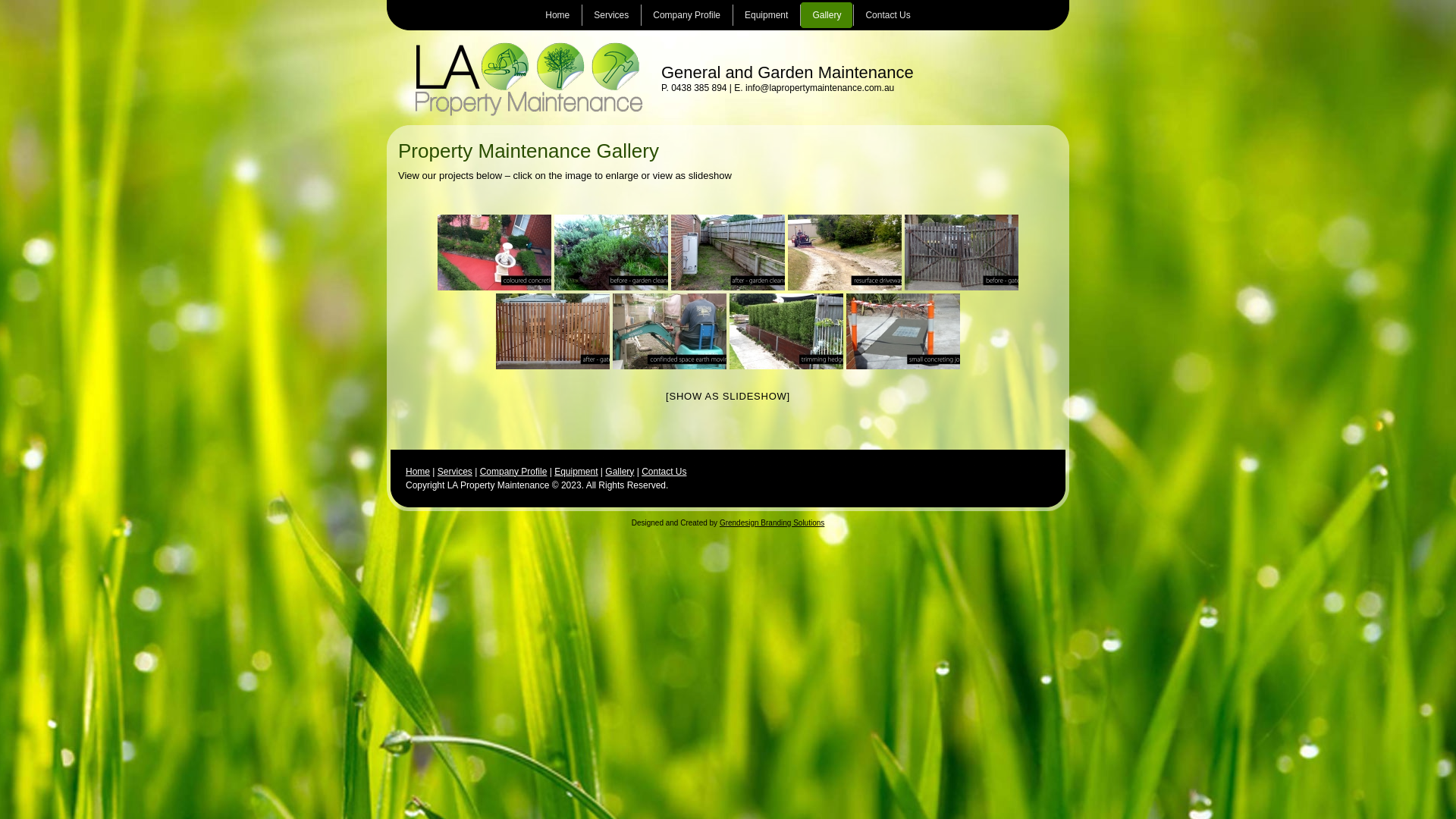 The height and width of the screenshot is (819, 1456). Describe the element at coordinates (611, 14) in the screenshot. I see `'Services'` at that location.